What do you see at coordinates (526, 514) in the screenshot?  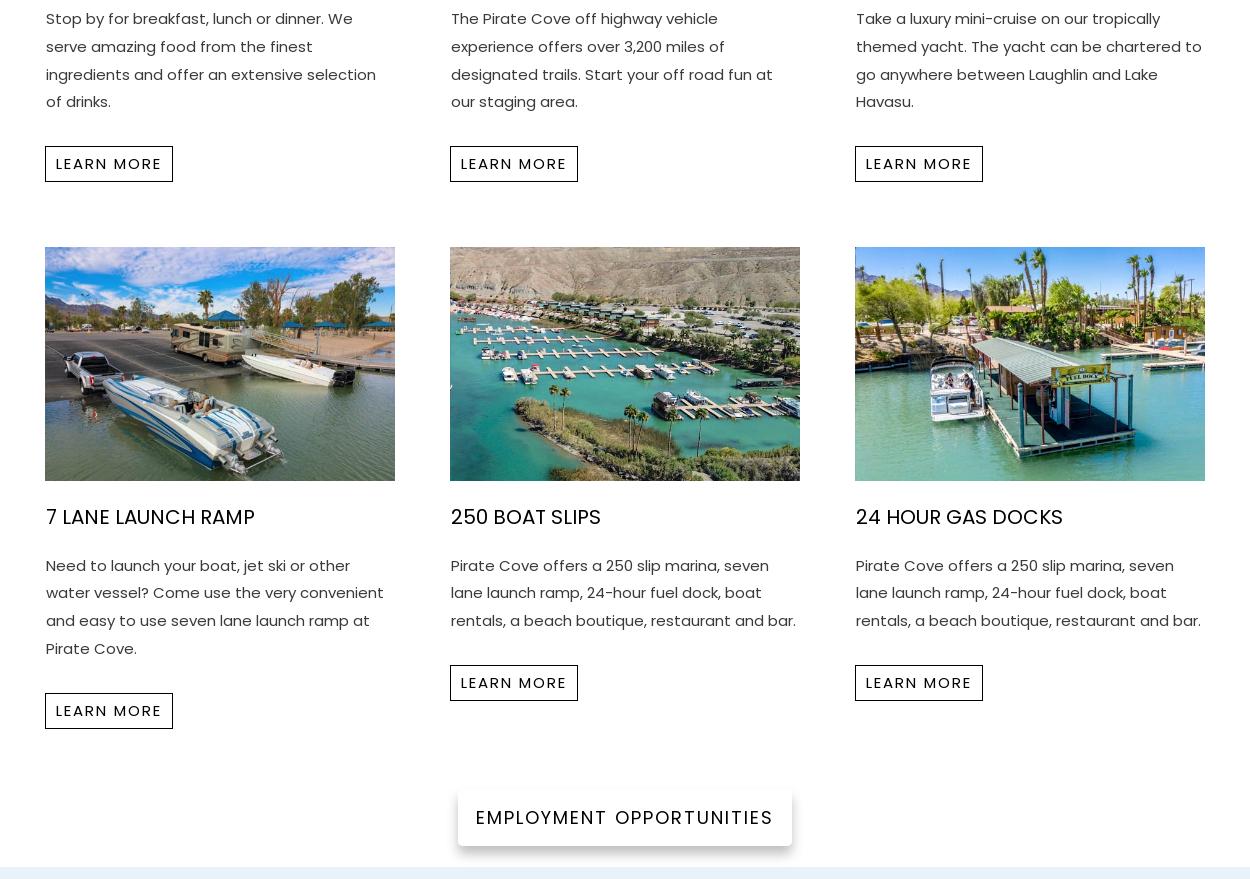 I see `'250 Boat Slips'` at bounding box center [526, 514].